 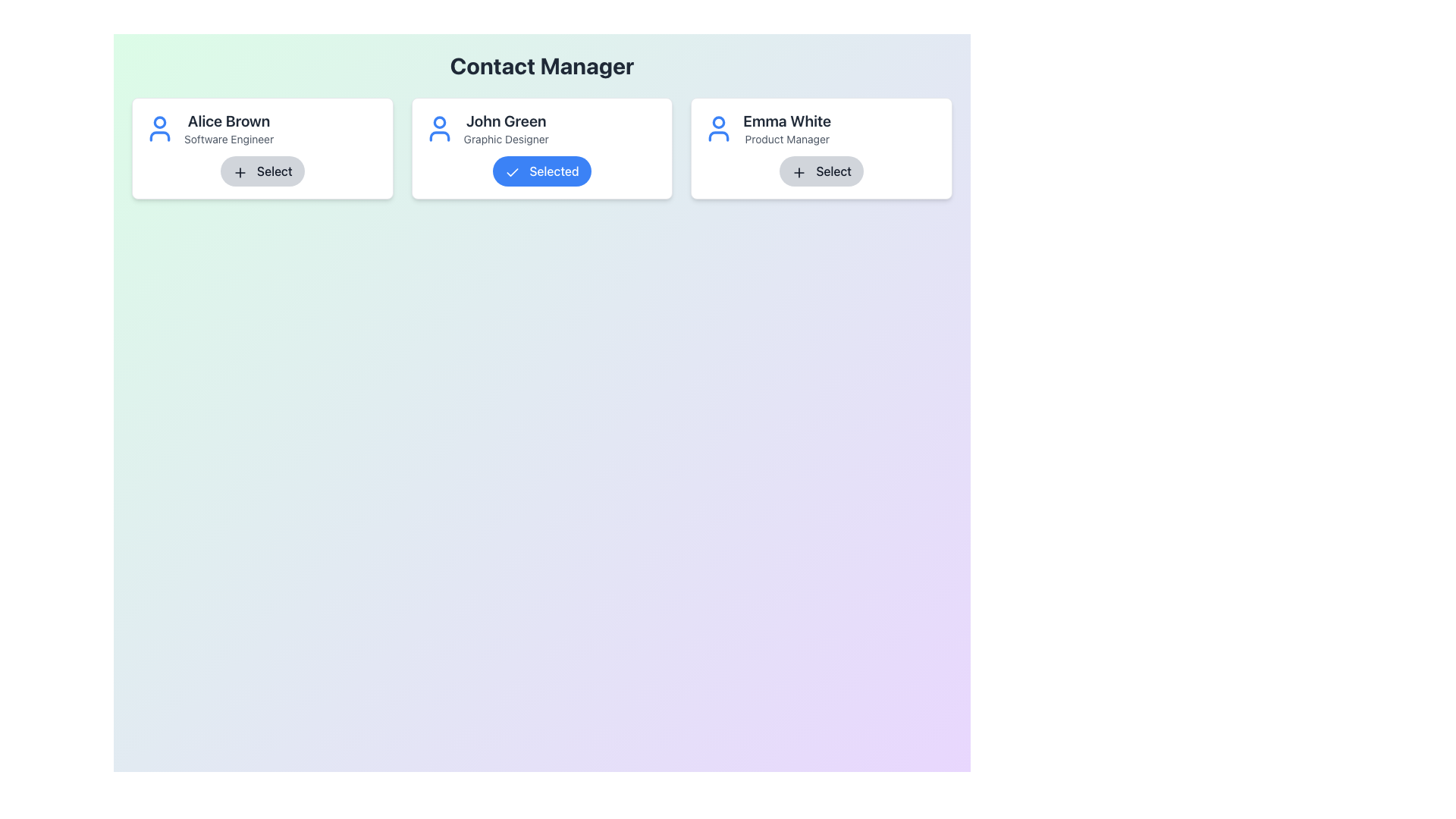 I want to click on the text label indicating the role 'Graphic Designer' of 'John Green', positioned below the name and above the 'Selected' button in the card layout, so click(x=506, y=140).